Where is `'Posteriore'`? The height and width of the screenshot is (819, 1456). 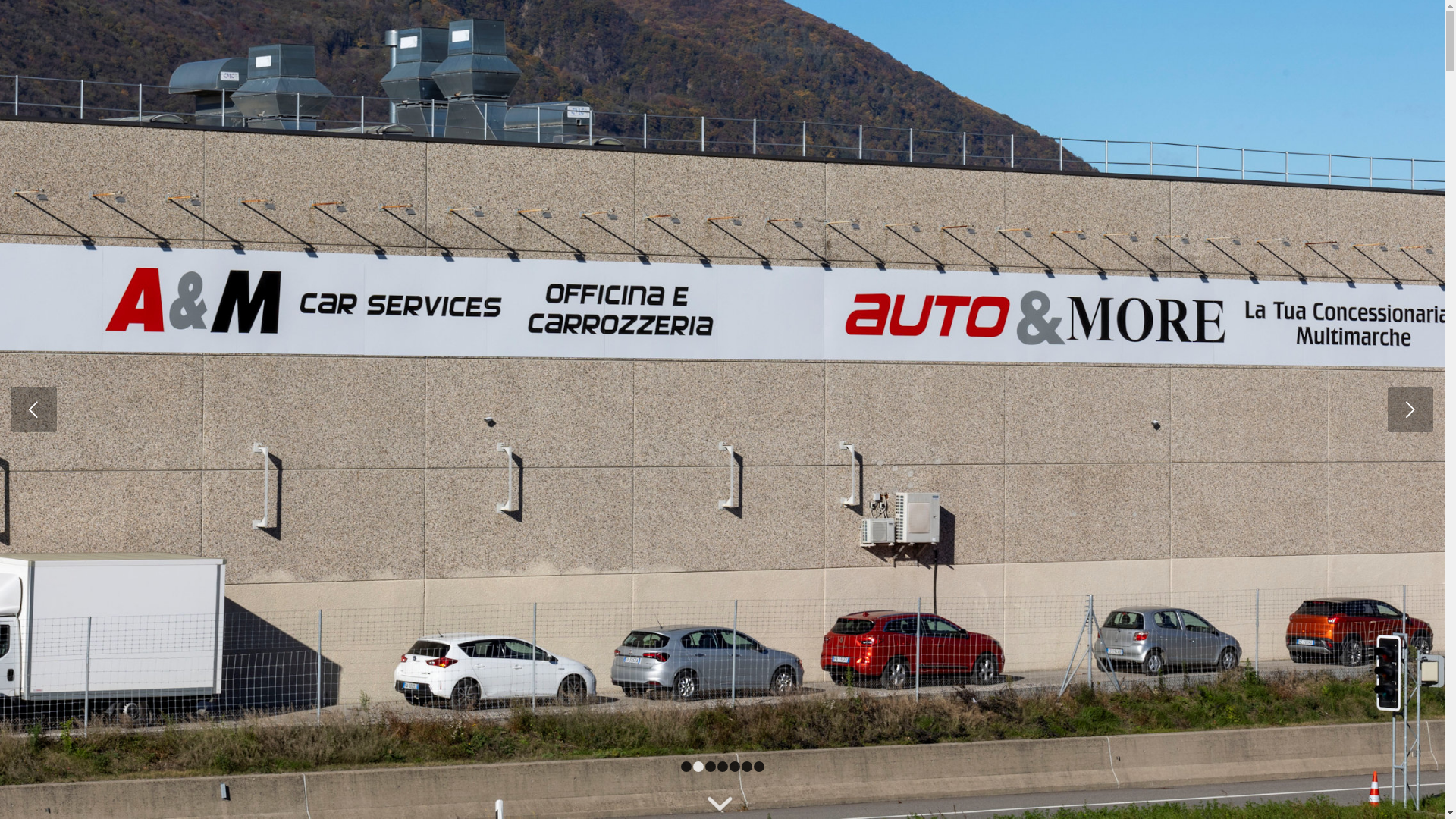 'Posteriore' is located at coordinates (1410, 409).